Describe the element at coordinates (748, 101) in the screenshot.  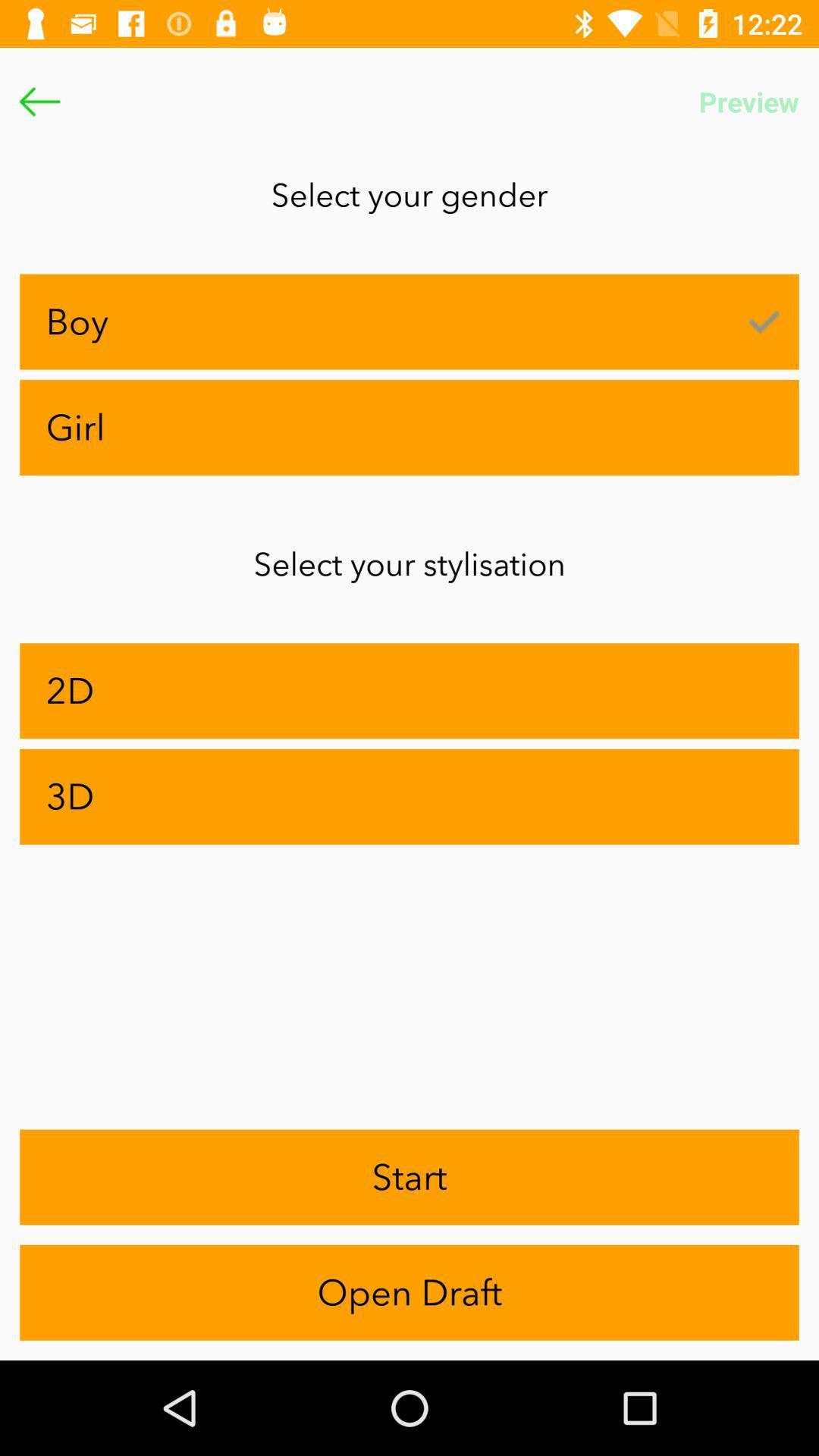
I see `icon above select your gender app` at that location.